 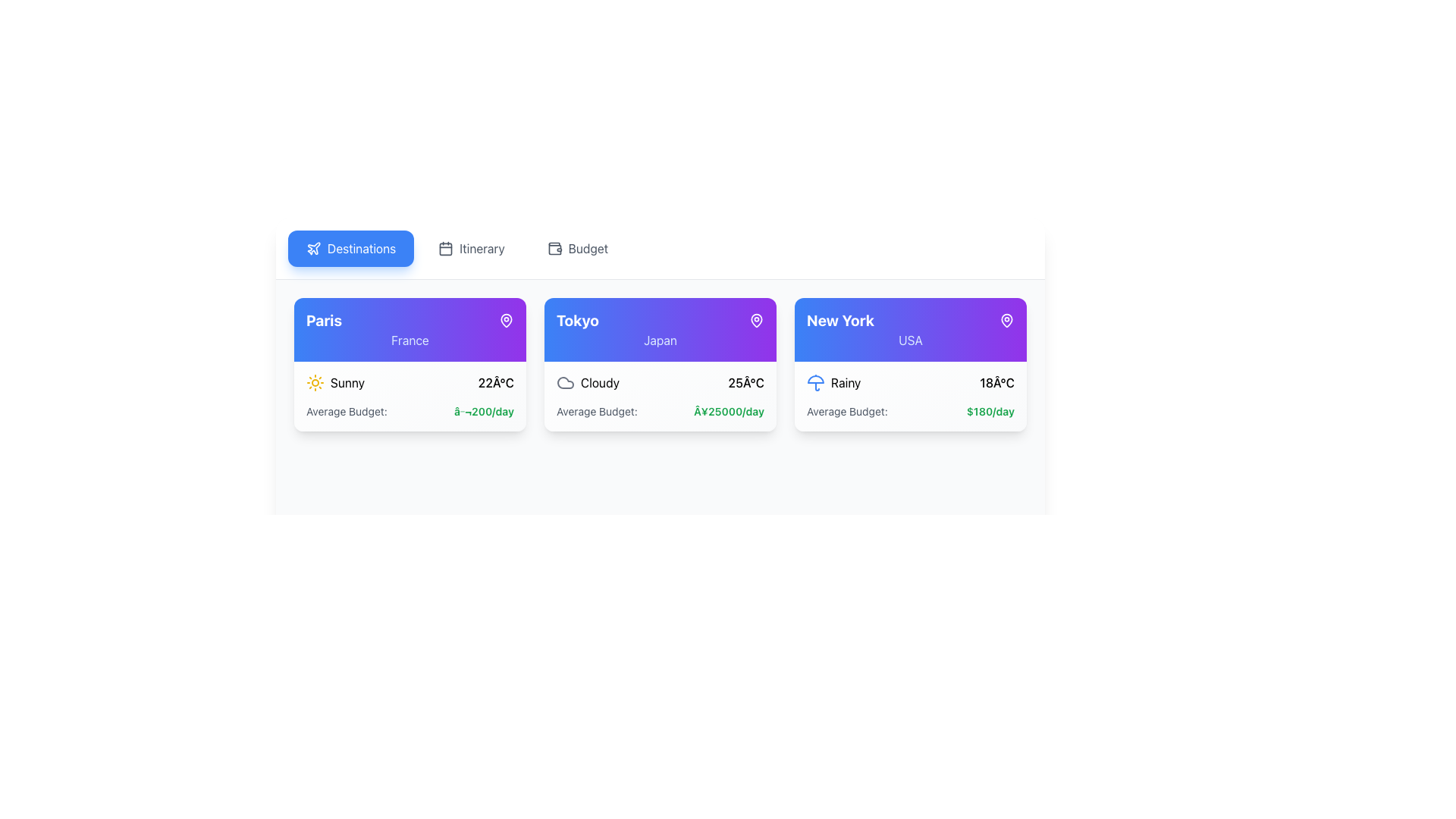 What do you see at coordinates (564, 382) in the screenshot?
I see `the cloud icon, which is an SVG representation with rounded edges and gray color, located to the left of the text 'Cloudy' in the Tokyo card's weather description section` at bounding box center [564, 382].